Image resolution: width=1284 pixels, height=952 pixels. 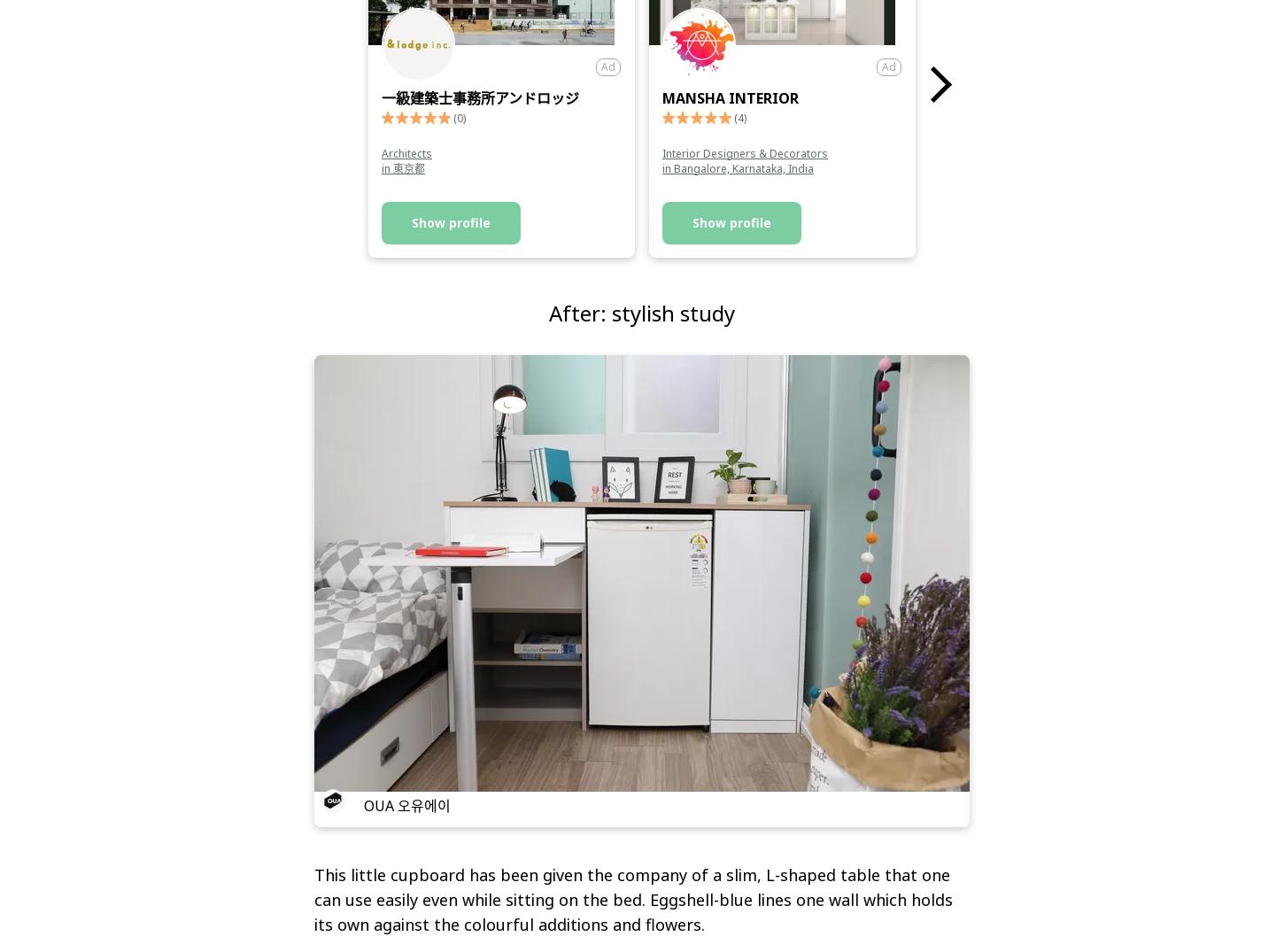 What do you see at coordinates (740, 117) in the screenshot?
I see `'(4)'` at bounding box center [740, 117].